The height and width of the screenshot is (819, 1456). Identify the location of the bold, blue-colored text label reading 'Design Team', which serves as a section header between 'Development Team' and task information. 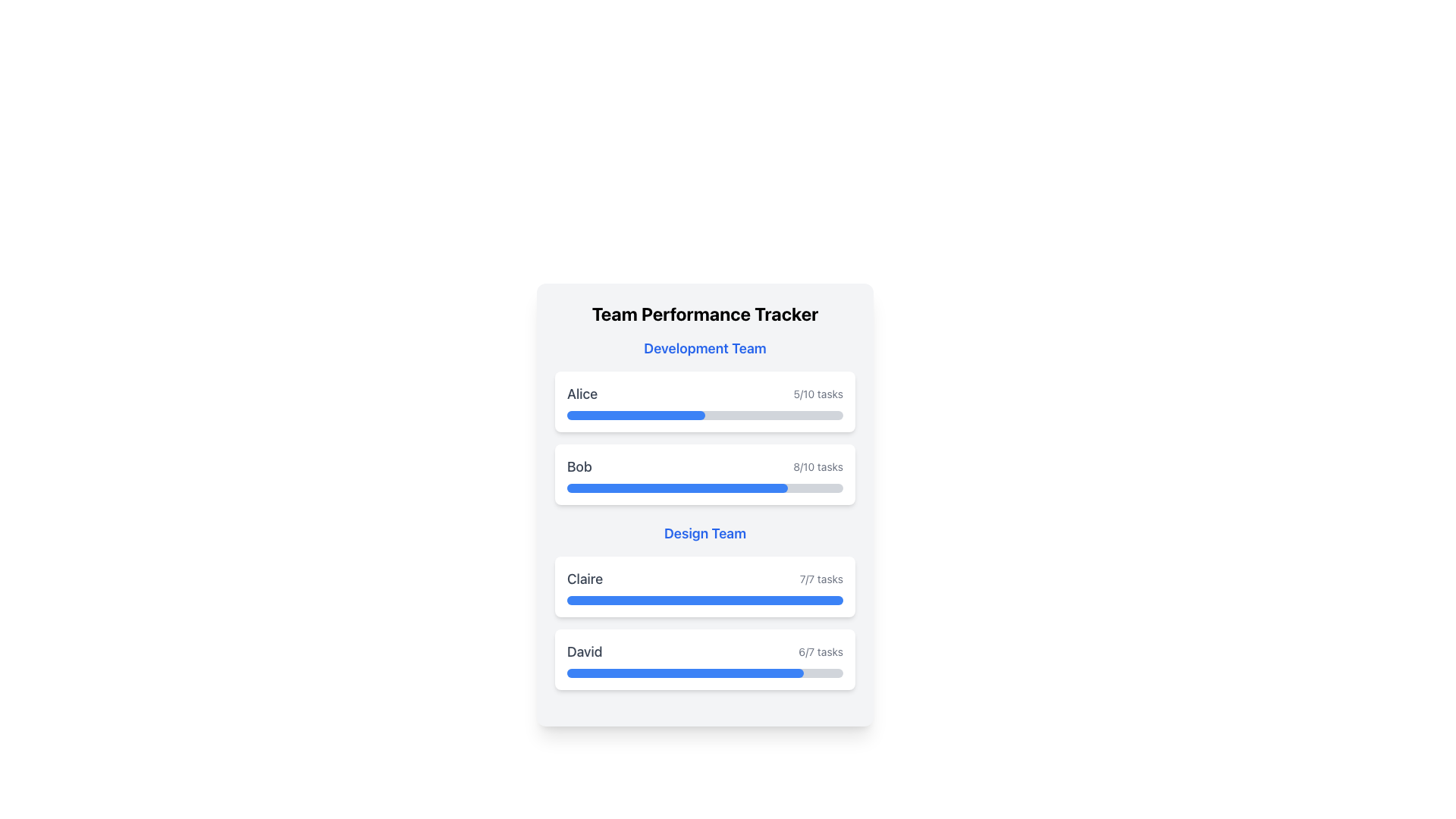
(704, 533).